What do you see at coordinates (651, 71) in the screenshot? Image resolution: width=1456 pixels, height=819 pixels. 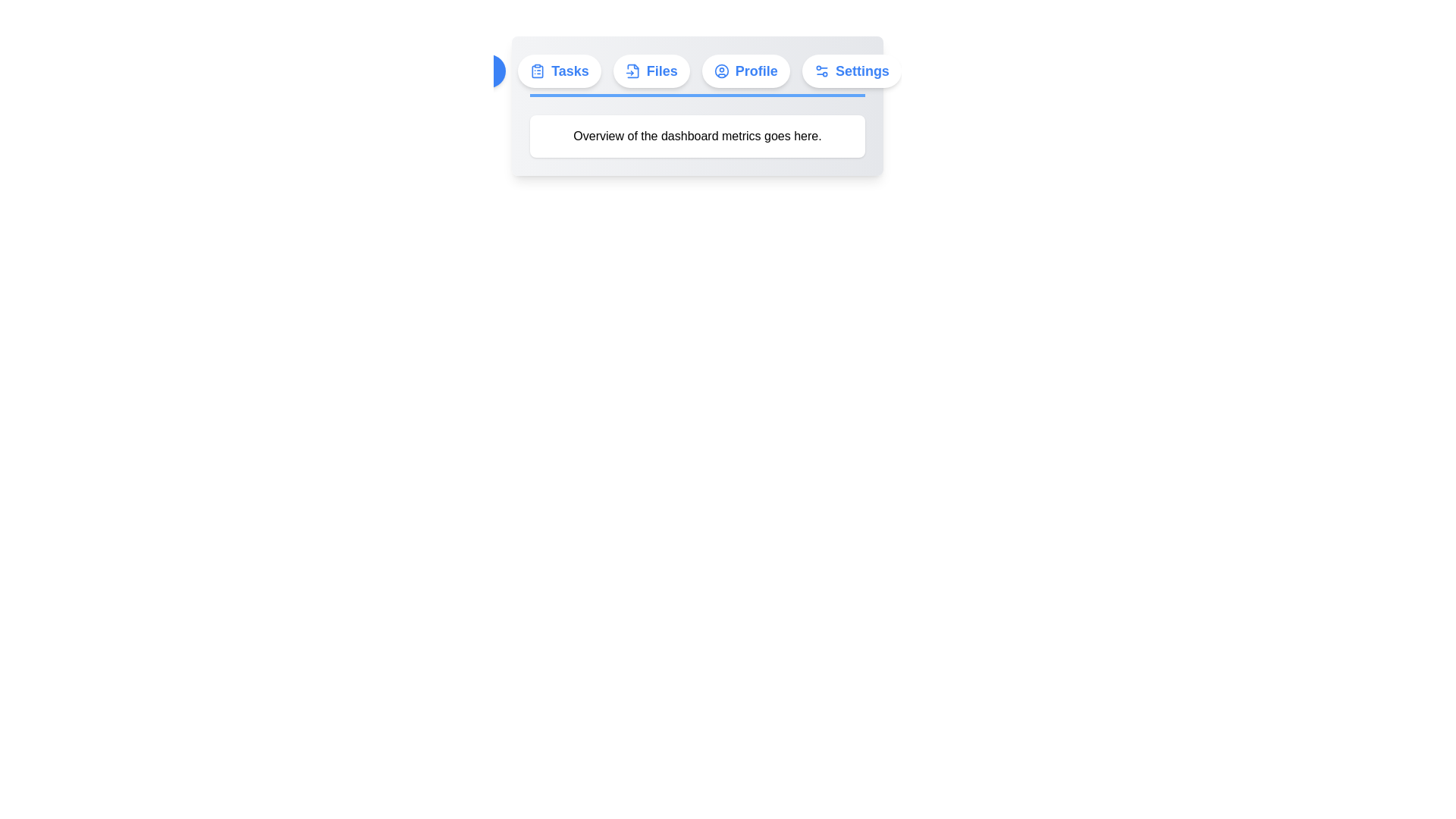 I see `the navigation button that is located third from the left in the horizontal navigation bar, positioned between 'Tasks' and 'Profile'` at bounding box center [651, 71].